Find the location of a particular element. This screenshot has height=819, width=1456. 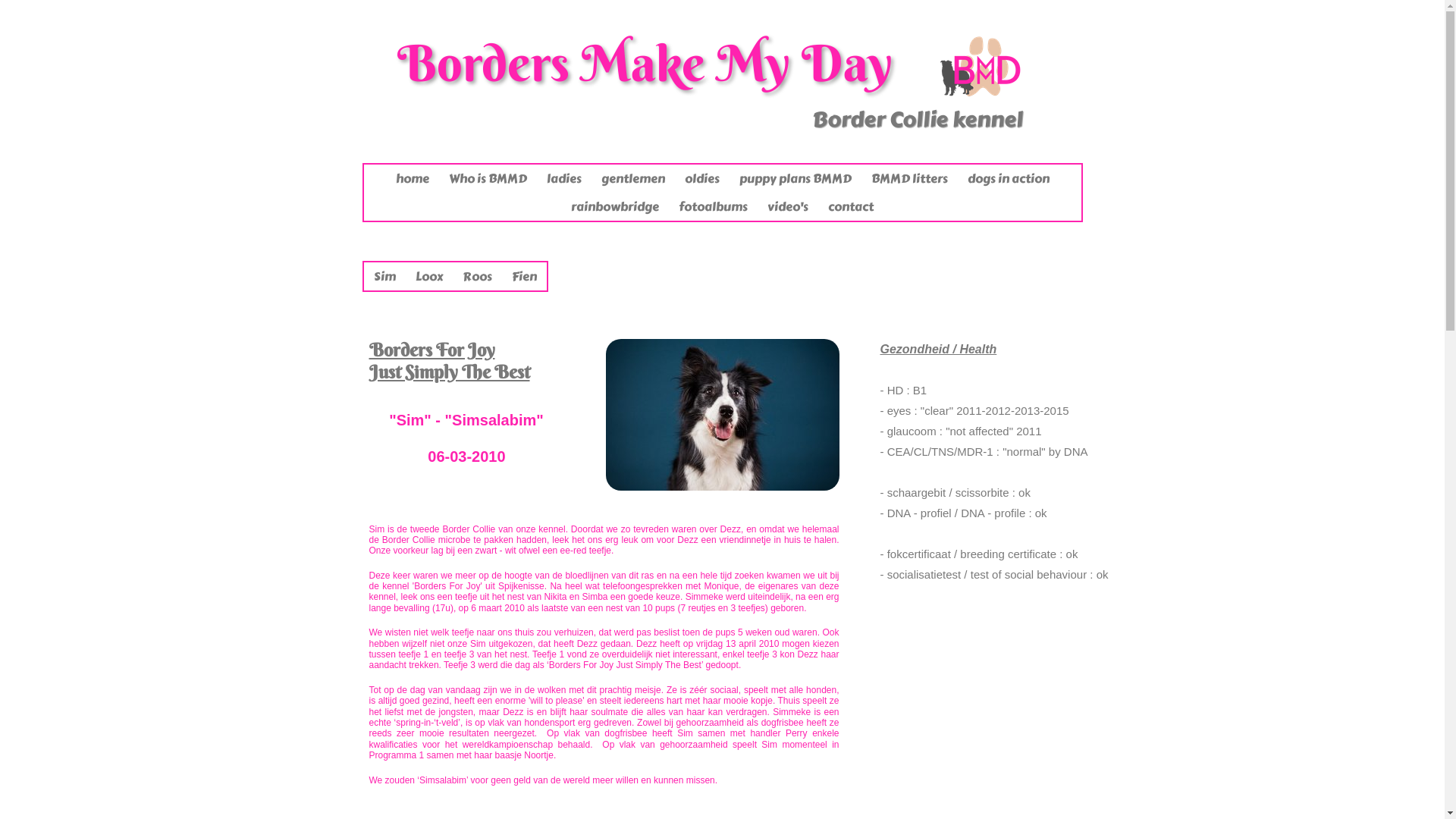

'contact' is located at coordinates (851, 206).